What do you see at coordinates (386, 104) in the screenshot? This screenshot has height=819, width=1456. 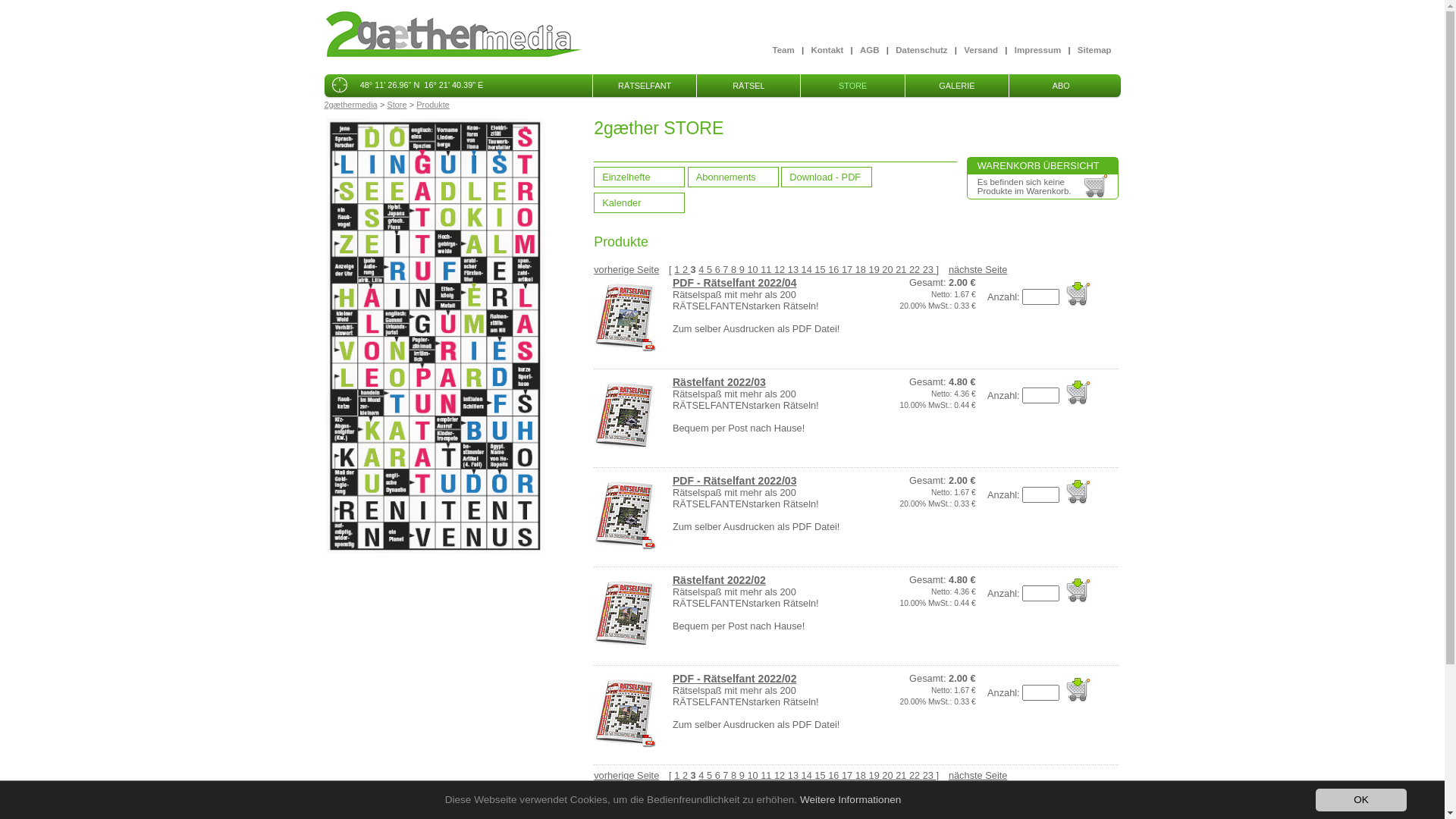 I see `'Store'` at bounding box center [386, 104].